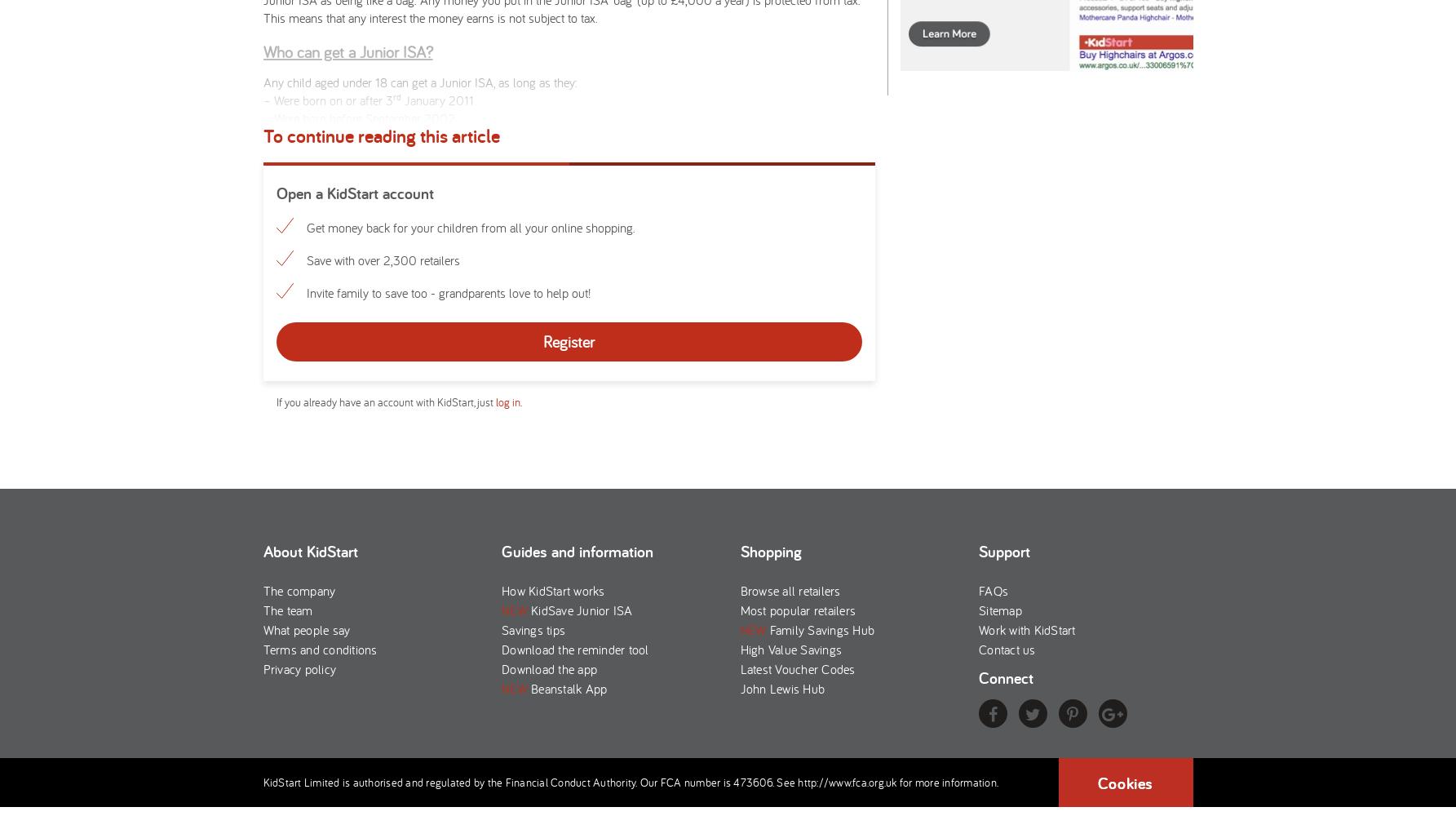 Image resolution: width=1456 pixels, height=816 pixels. I want to click on 'Which Junior ISA is right for me?', so click(367, 694).